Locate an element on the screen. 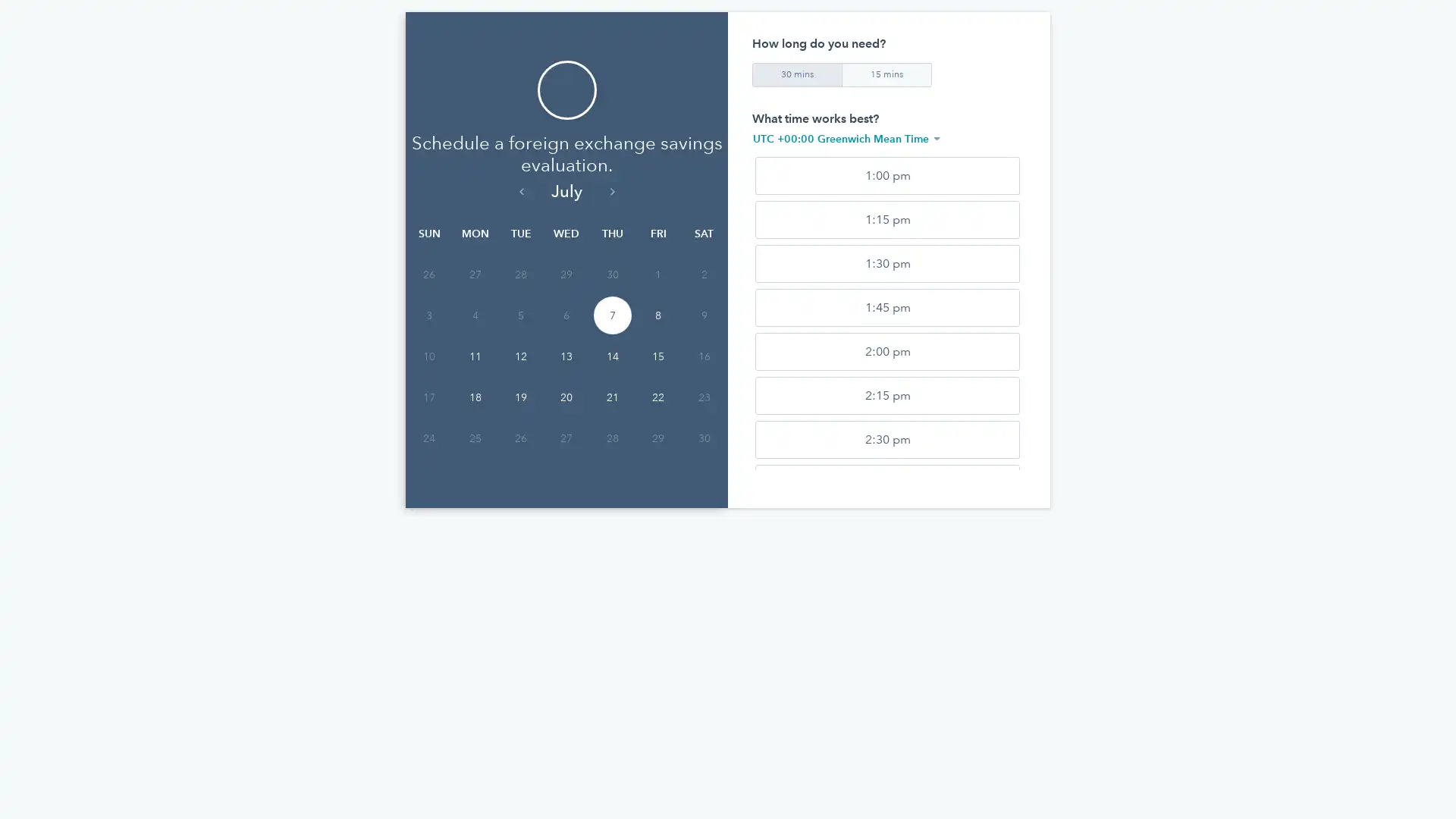 This screenshot has height=819, width=1456. June 26th is located at coordinates (428, 275).